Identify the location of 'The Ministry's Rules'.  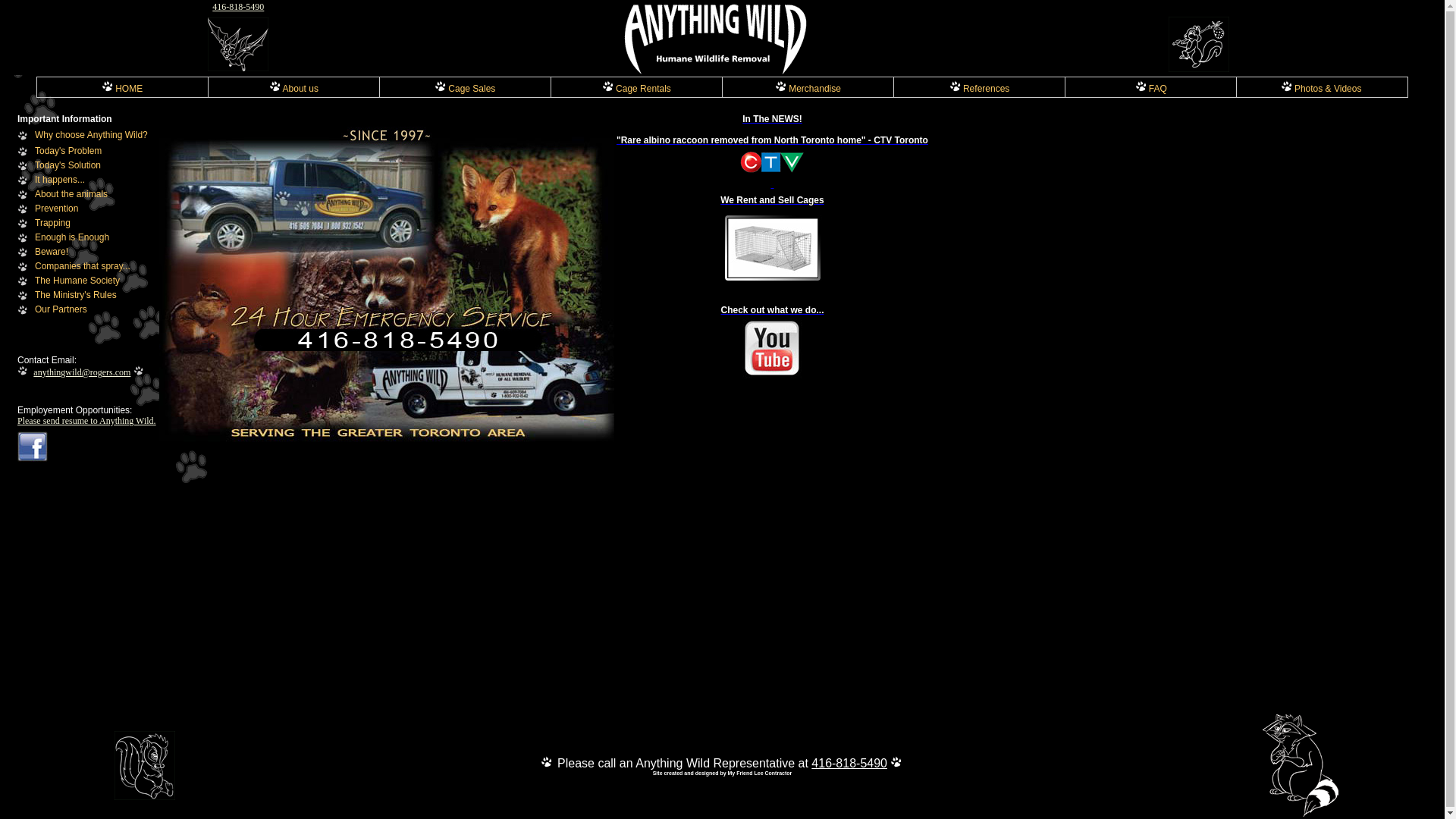
(75, 295).